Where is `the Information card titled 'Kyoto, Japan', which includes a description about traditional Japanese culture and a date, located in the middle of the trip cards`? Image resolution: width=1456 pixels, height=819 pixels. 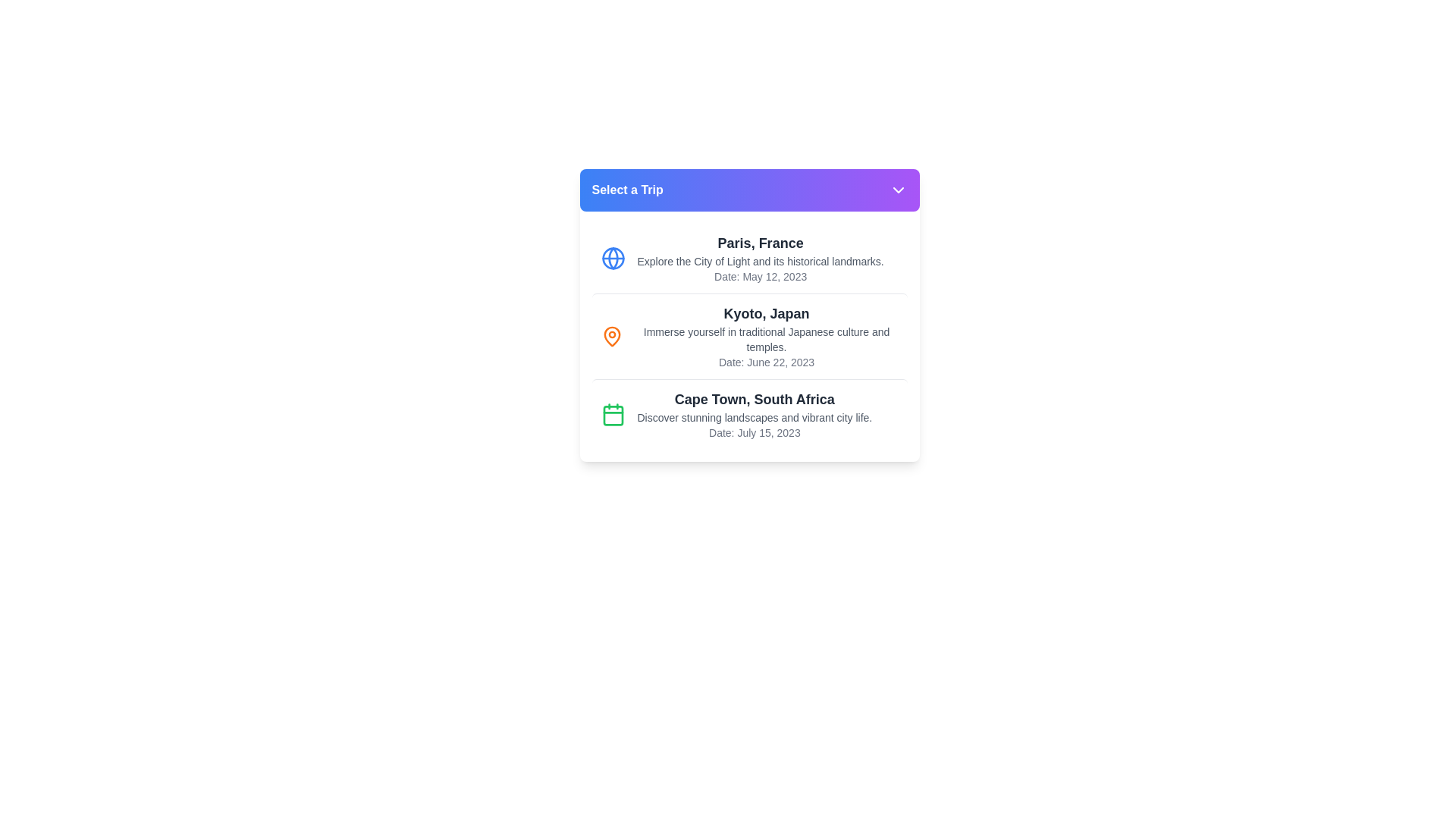
the Information card titled 'Kyoto, Japan', which includes a description about traditional Japanese culture and a date, located in the middle of the trip cards is located at coordinates (767, 335).